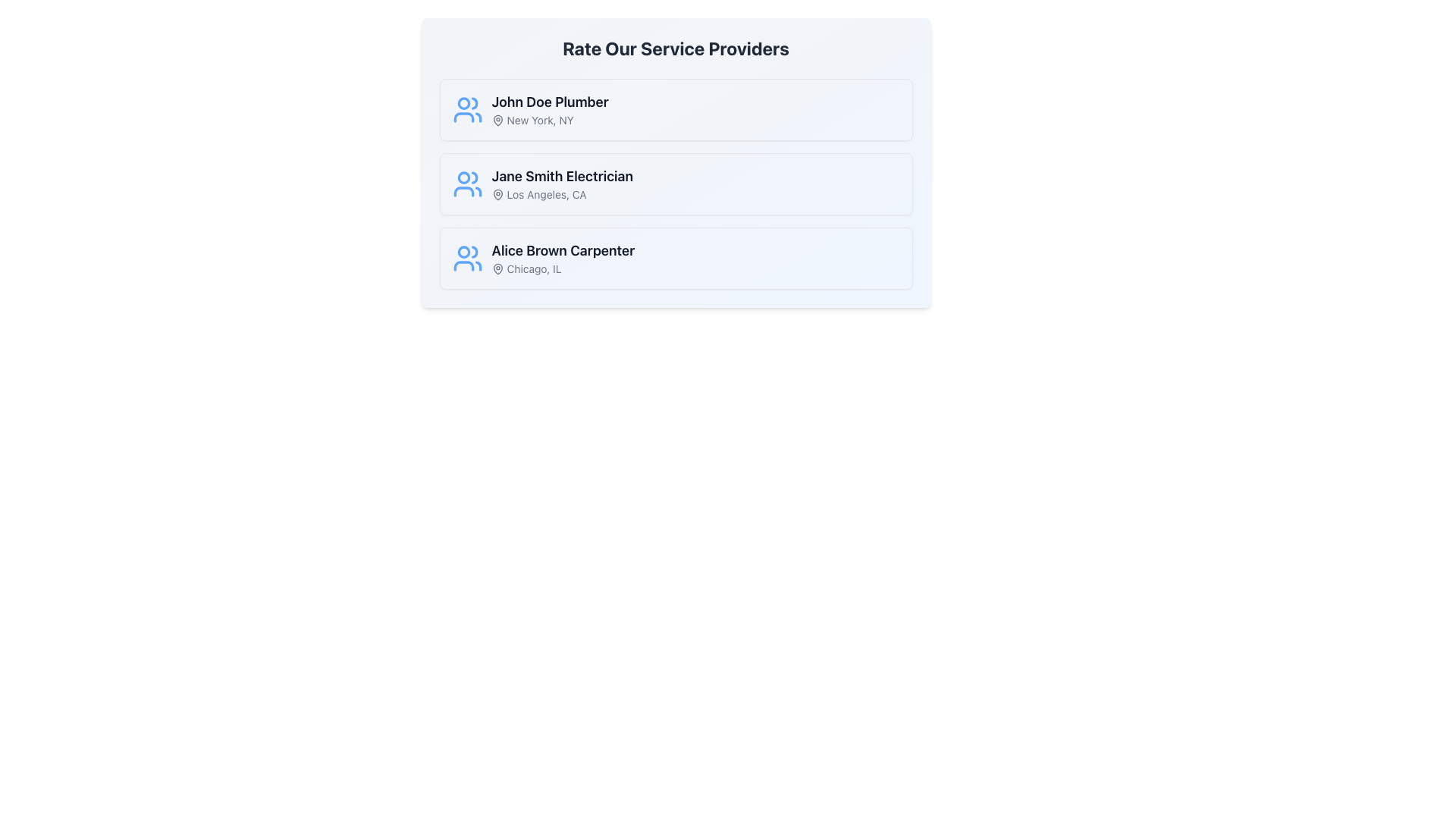 This screenshot has width=1456, height=819. I want to click on the location marker icon adjacent to the text 'Chicago, IL' in the last card of the vertical list under the title 'Alice Brown Carpenter', so click(497, 268).